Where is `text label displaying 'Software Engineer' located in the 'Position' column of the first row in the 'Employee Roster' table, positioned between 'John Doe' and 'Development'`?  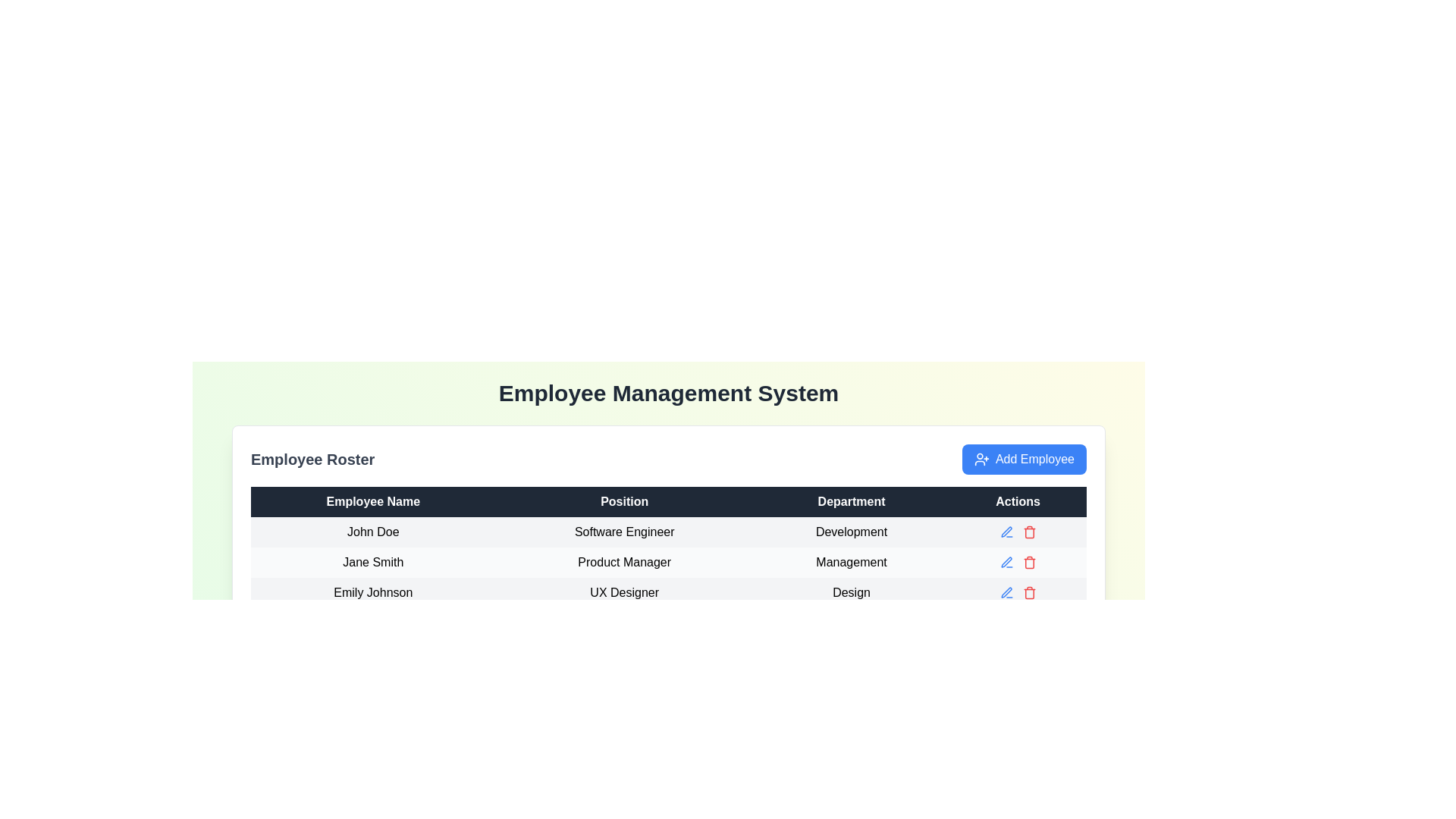
text label displaying 'Software Engineer' located in the 'Position' column of the first row in the 'Employee Roster' table, positioned between 'John Doe' and 'Development' is located at coordinates (624, 532).